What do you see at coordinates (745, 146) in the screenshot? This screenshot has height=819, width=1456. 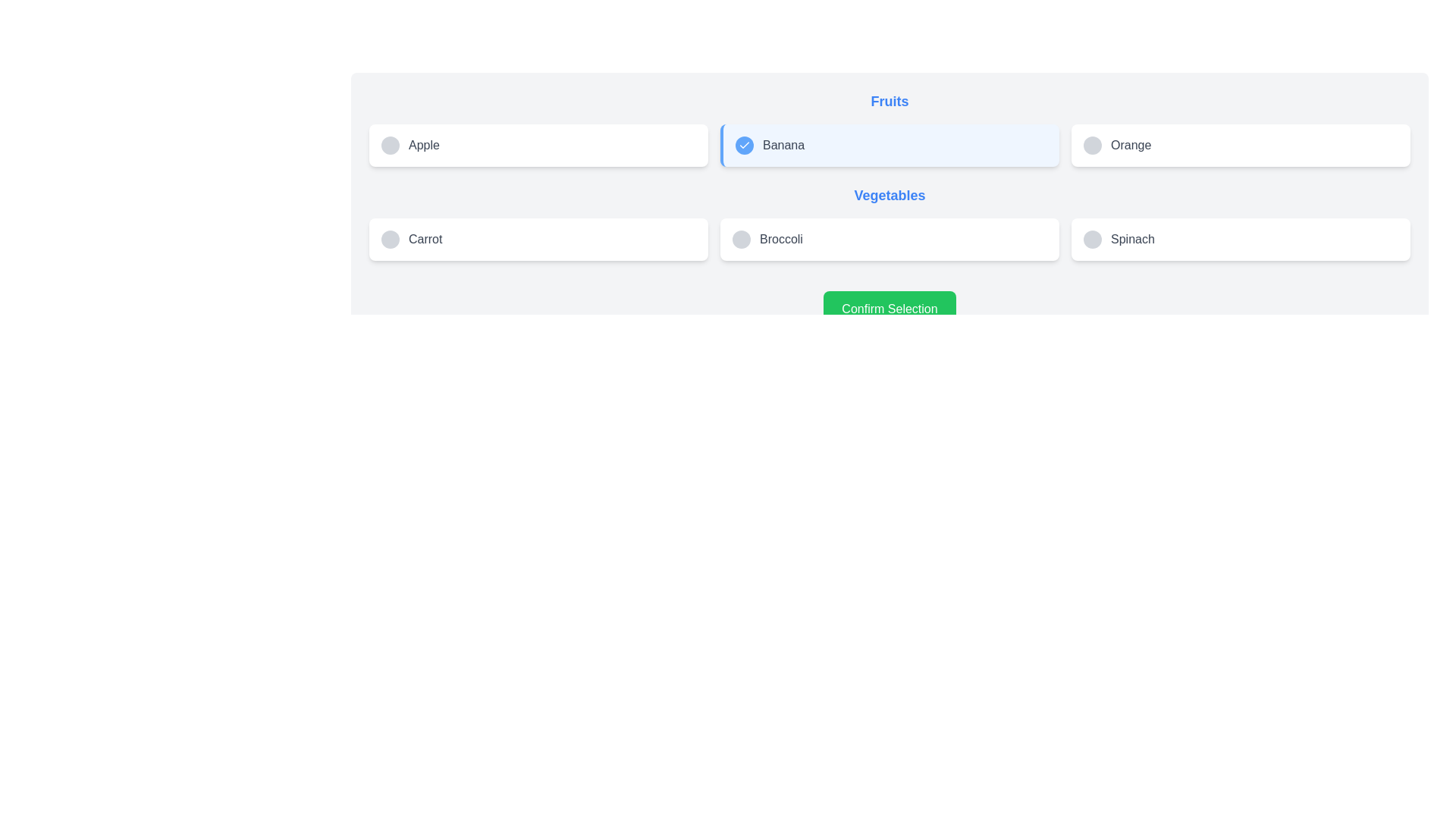 I see `the state change of the checkmark SVG icon located within the 'Banana' button in the 'Fruits' category, which is styled in a circular design and has a blue background` at bounding box center [745, 146].